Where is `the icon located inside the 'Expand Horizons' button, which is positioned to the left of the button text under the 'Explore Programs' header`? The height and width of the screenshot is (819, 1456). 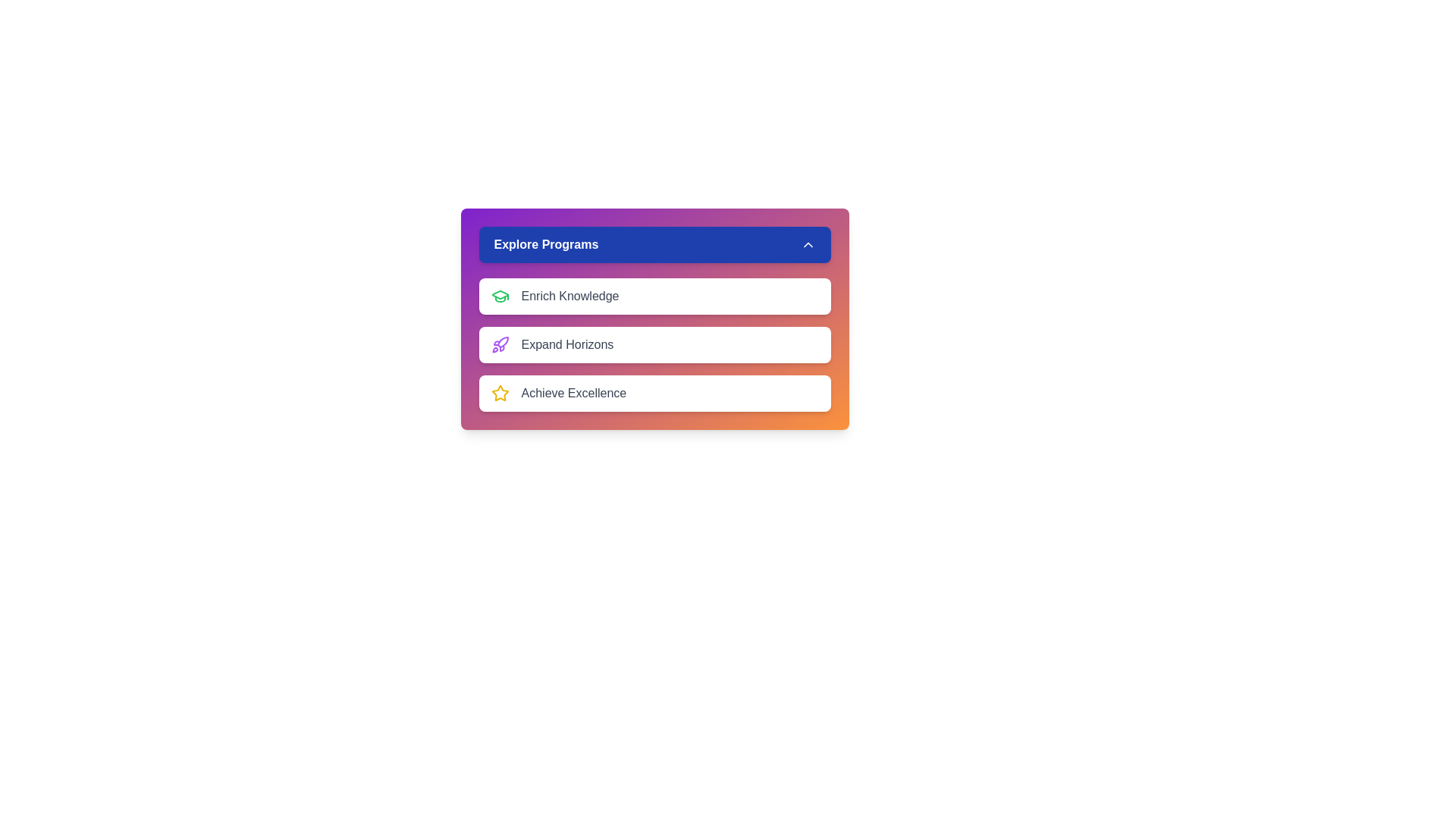 the icon located inside the 'Expand Horizons' button, which is positioned to the left of the button text under the 'Explore Programs' header is located at coordinates (500, 345).